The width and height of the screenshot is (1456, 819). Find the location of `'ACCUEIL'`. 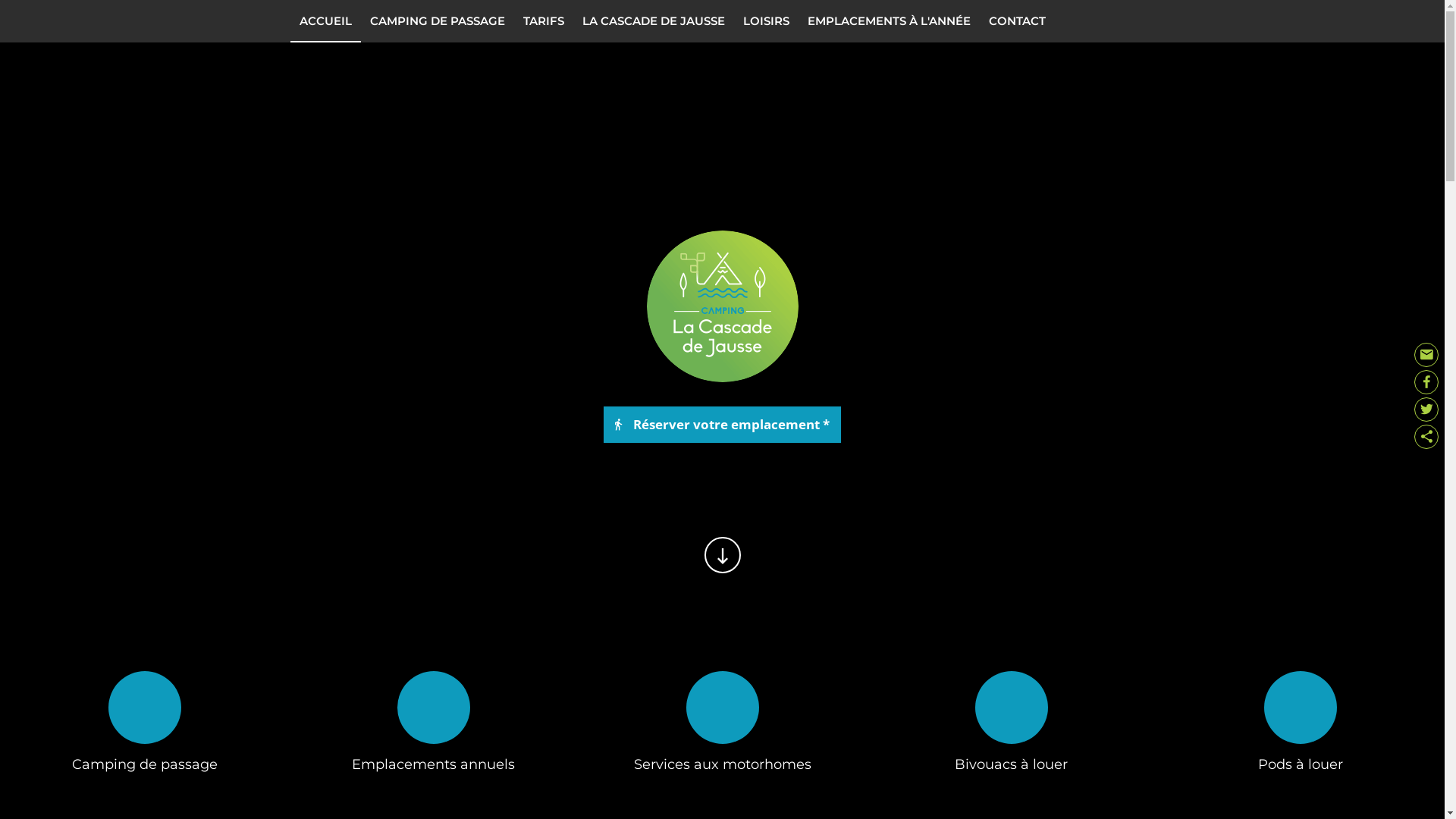

'ACCUEIL' is located at coordinates (324, 20).